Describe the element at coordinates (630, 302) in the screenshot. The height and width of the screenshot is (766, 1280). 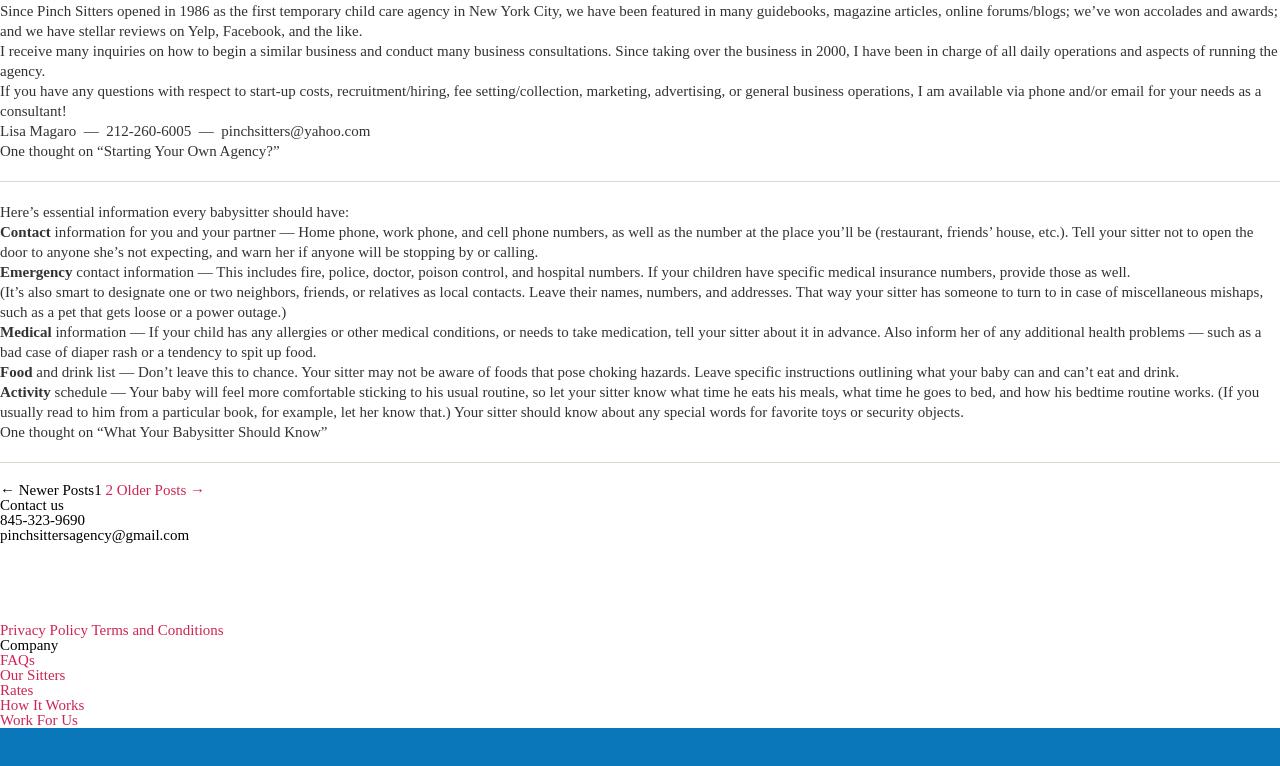
I see `'(It’s also smart to designate one or two neighbors, friends, or relatives as local contacts. Leave their names, numbers, and addresses. That way your sitter has someone to turn to in case of miscellaneous mishaps, such as a pet that gets loose or a power outage.)'` at that location.